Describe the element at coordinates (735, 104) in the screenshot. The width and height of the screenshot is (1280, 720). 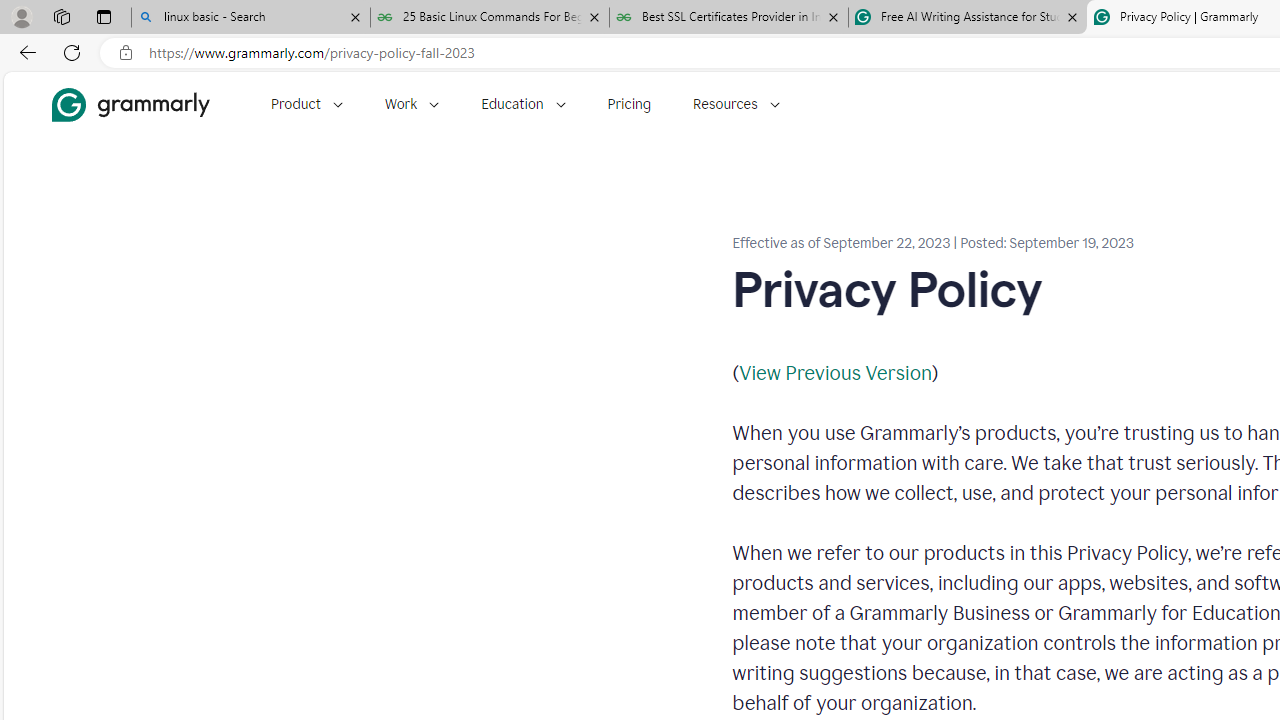
I see `'Resources'` at that location.